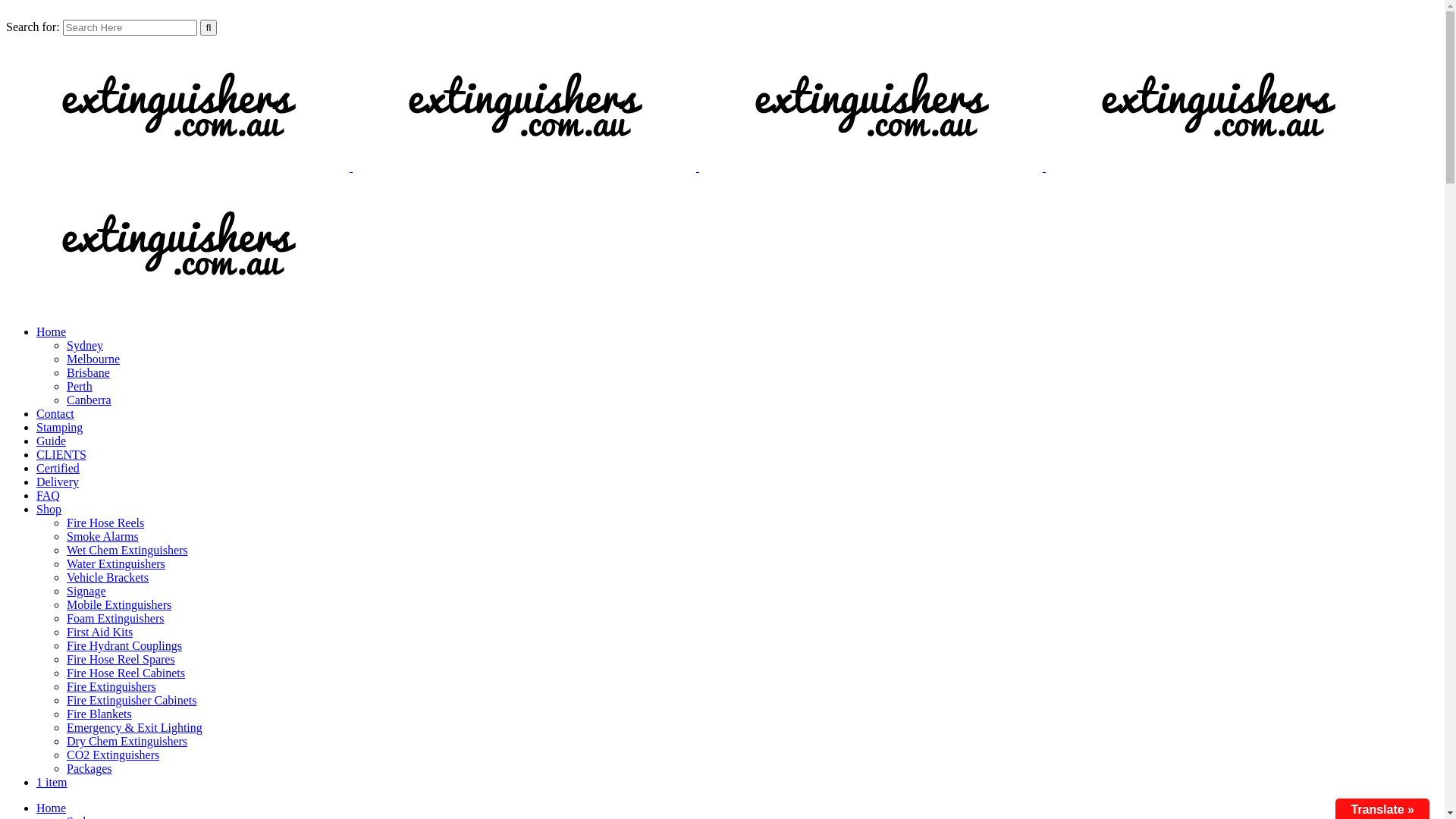 This screenshot has height=819, width=1456. I want to click on 'Fire Extinguishers', so click(111, 686).